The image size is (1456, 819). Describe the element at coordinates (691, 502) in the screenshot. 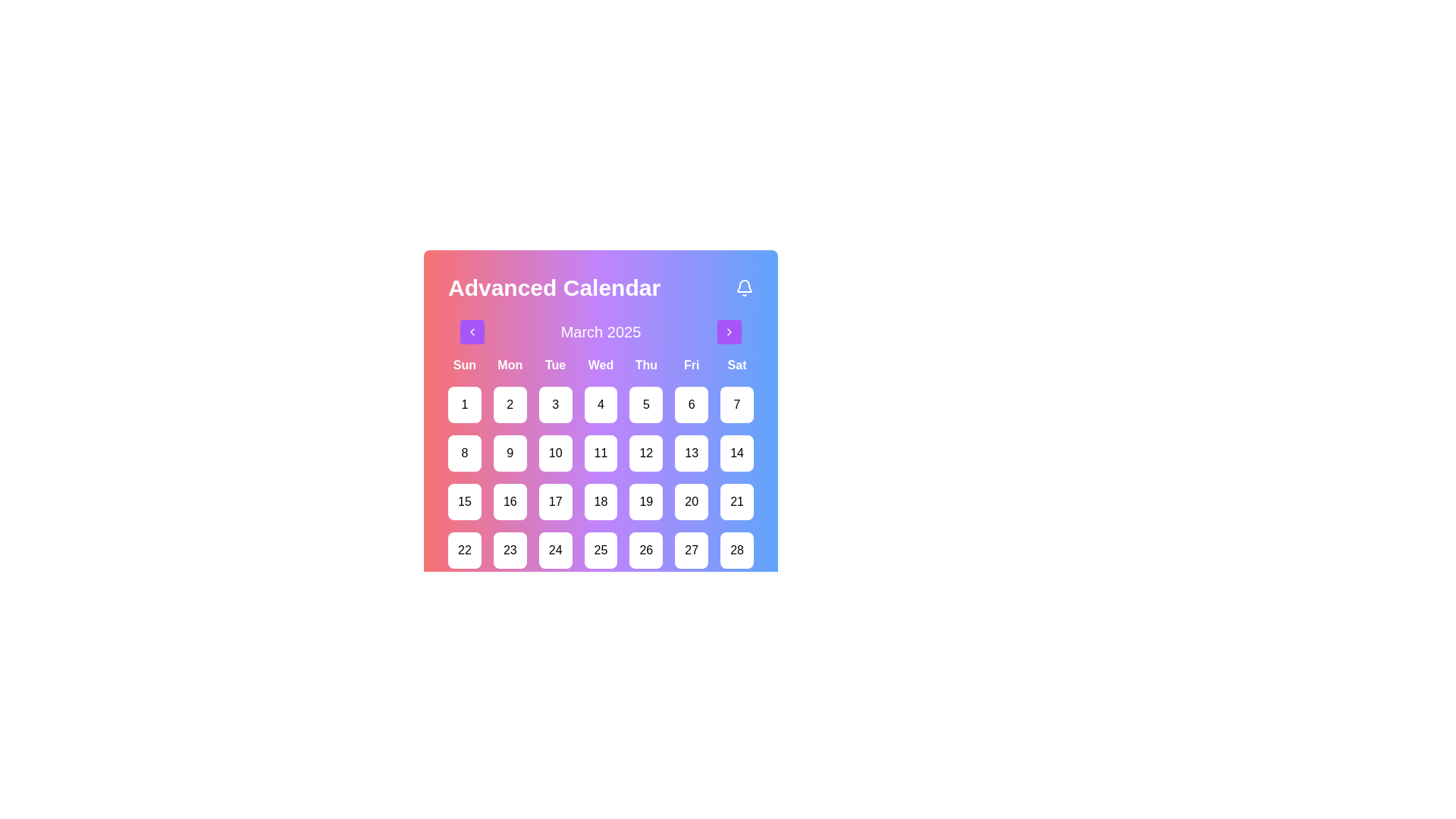

I see `the button representing the 20th day of the month in the calendar to trigger a style change` at that location.